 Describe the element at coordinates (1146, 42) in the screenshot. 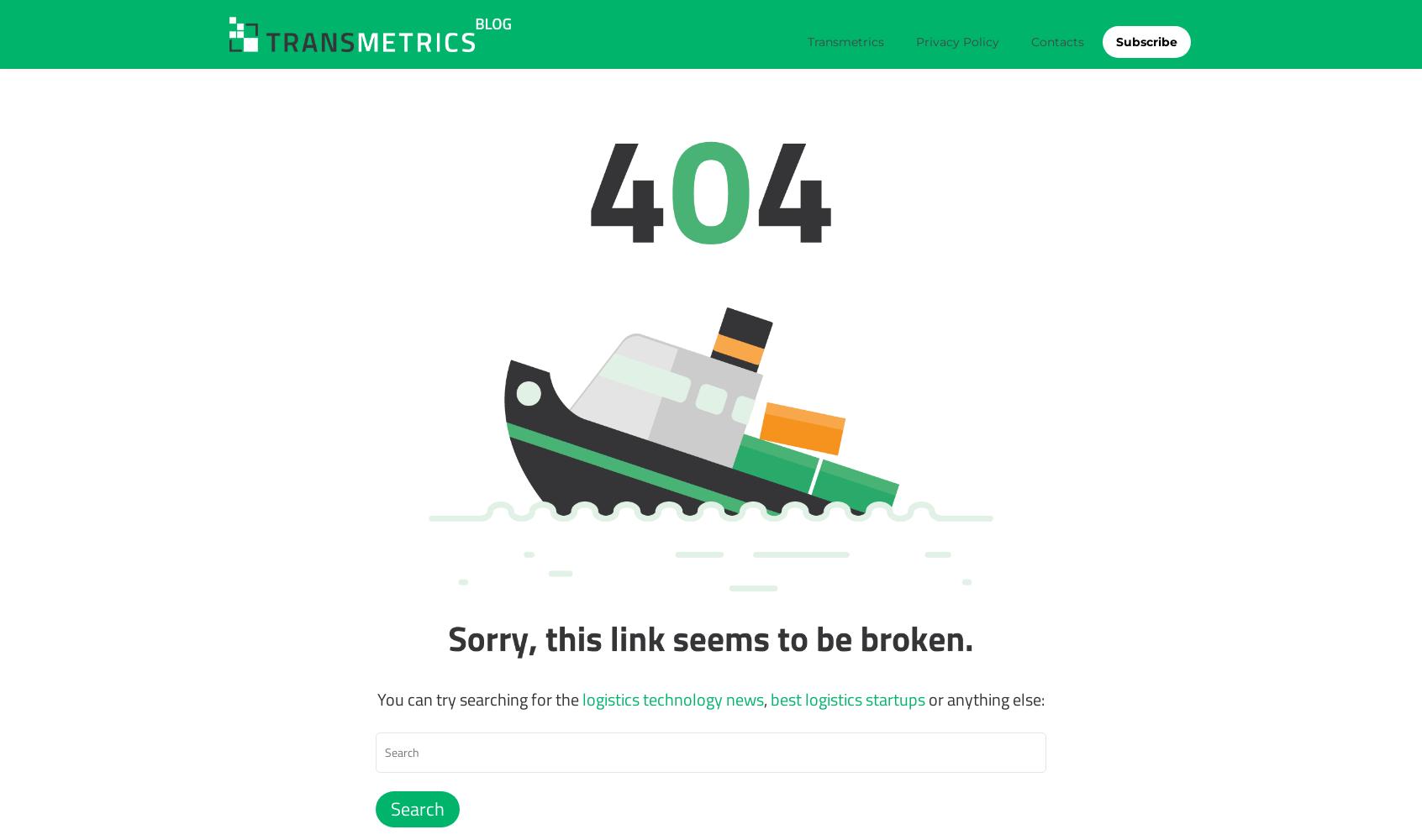

I see `'Subscribe'` at that location.